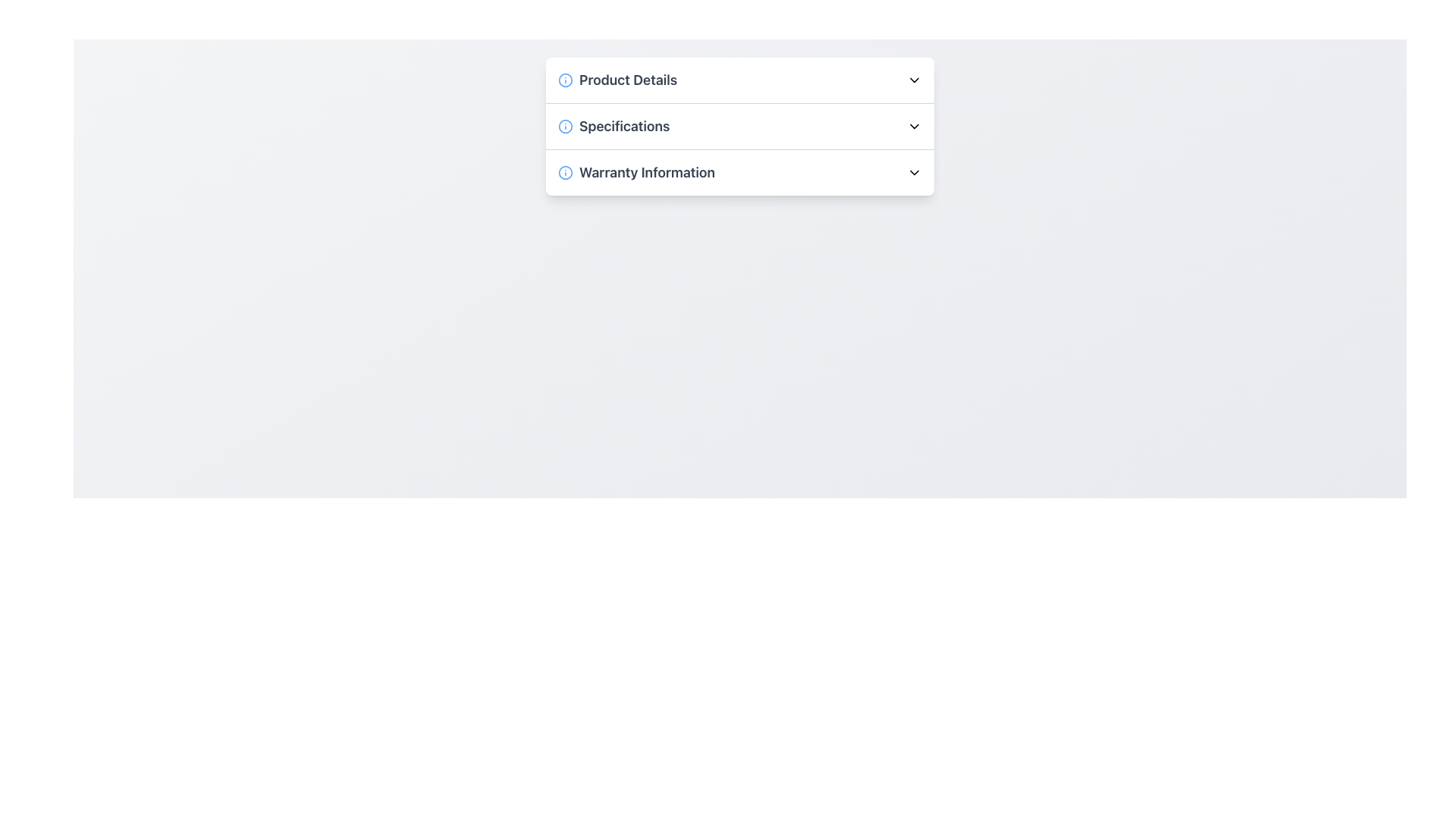  What do you see at coordinates (636, 171) in the screenshot?
I see `the icon associated with the warranty information label, which is the third item in a vertical list following 'Product Details' and 'Specifications'` at bounding box center [636, 171].